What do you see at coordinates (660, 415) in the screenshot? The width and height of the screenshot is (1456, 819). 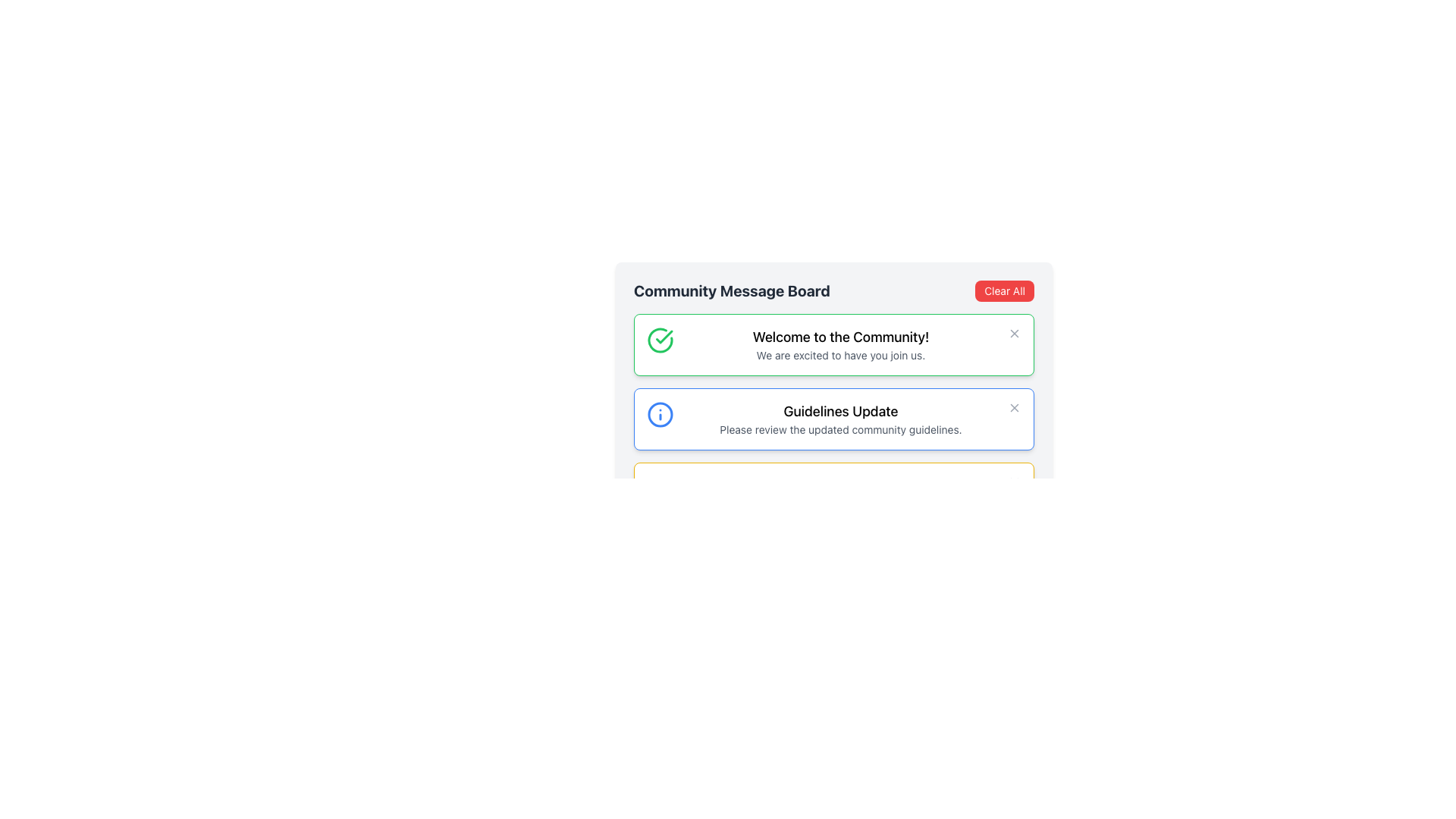 I see `the SVG Circle Graphic representing the outer boundary of the information icon located to the left of the 'Guidelines Update' text` at bounding box center [660, 415].